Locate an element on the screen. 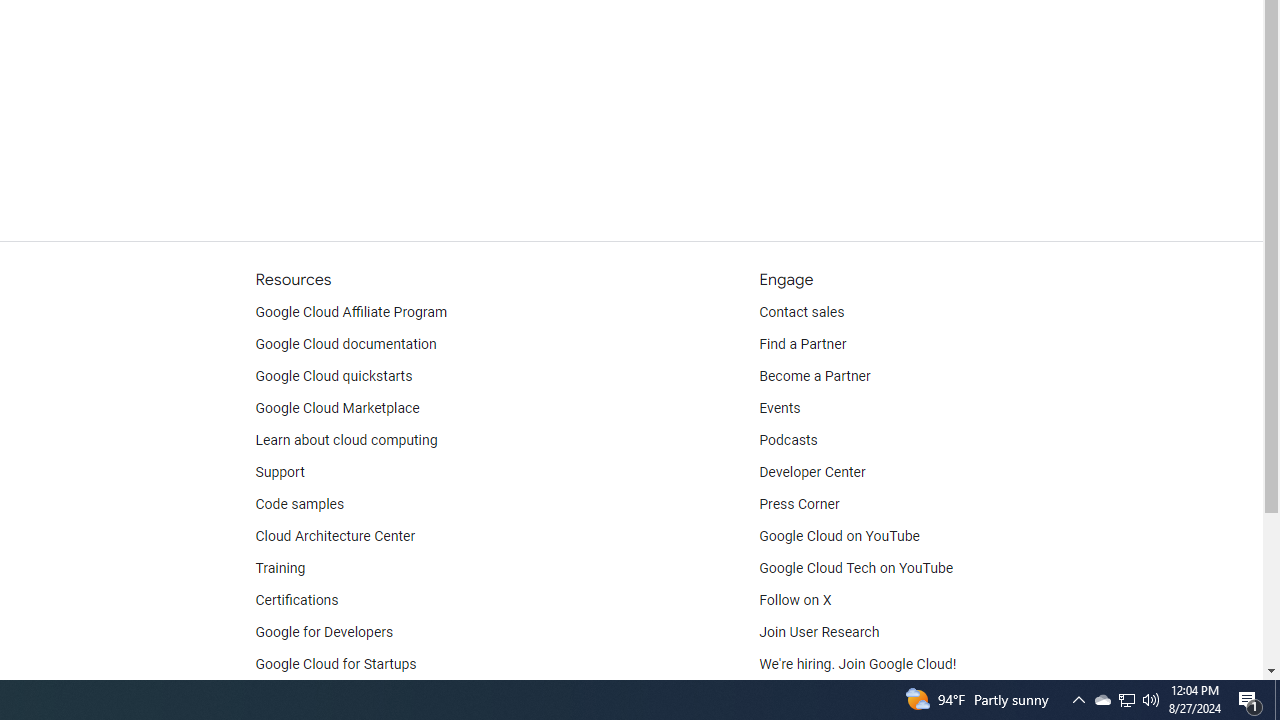 This screenshot has height=720, width=1280. 'Developer Center' is located at coordinates (812, 473).